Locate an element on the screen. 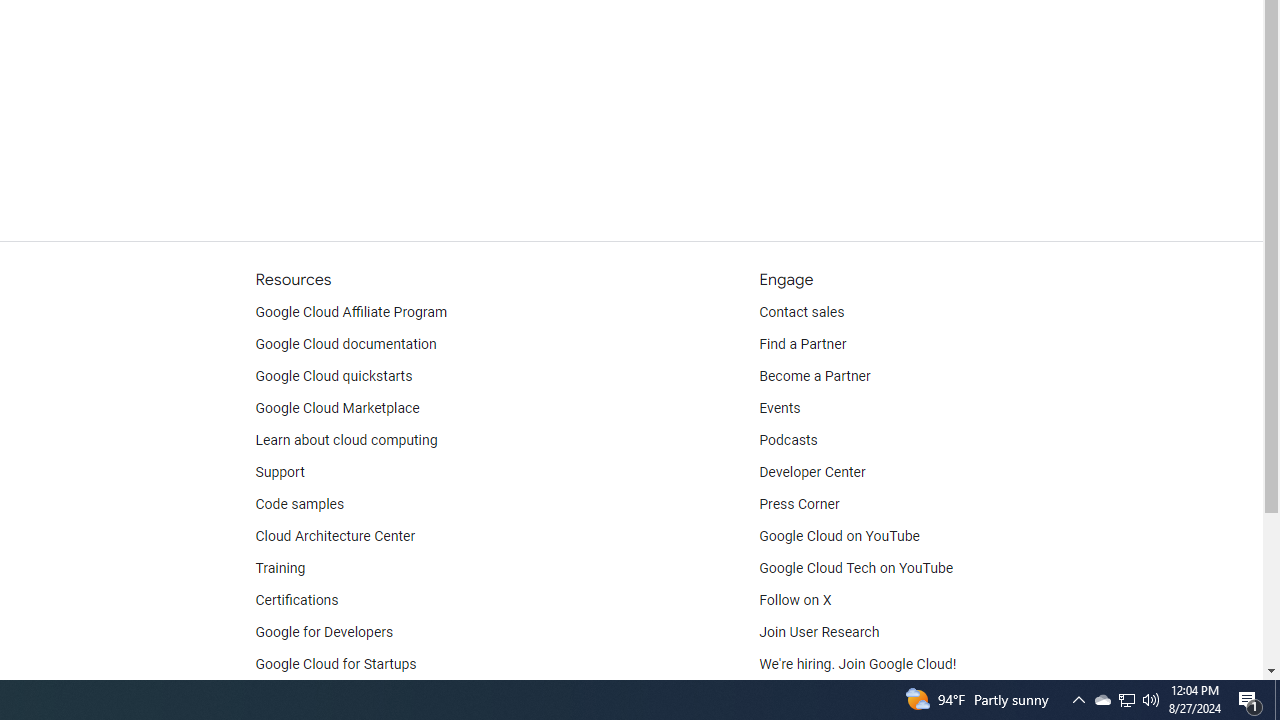 This screenshot has height=720, width=1280. 'Developer Center' is located at coordinates (812, 473).